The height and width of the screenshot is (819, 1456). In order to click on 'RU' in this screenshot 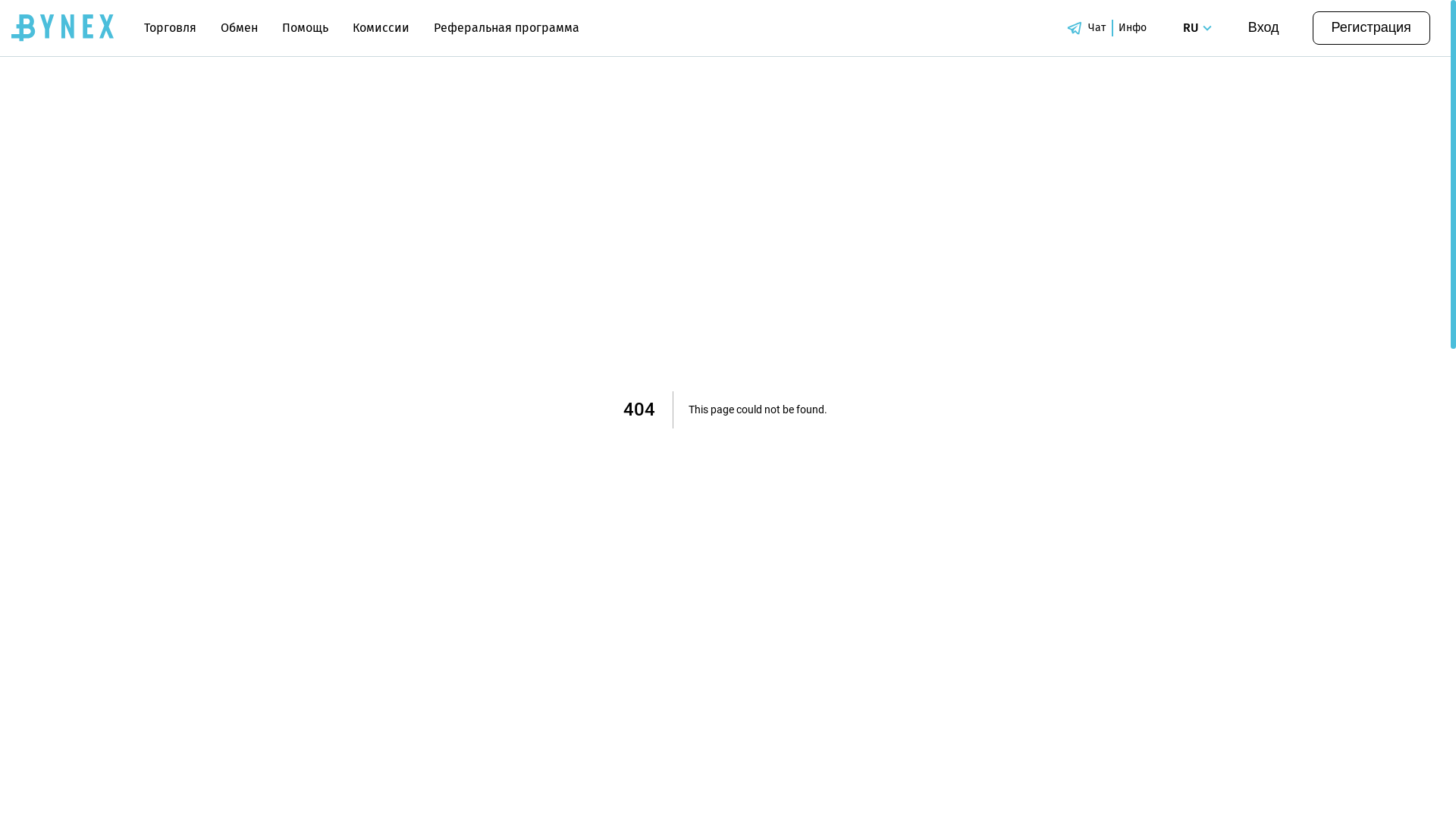, I will do `click(1198, 28)`.